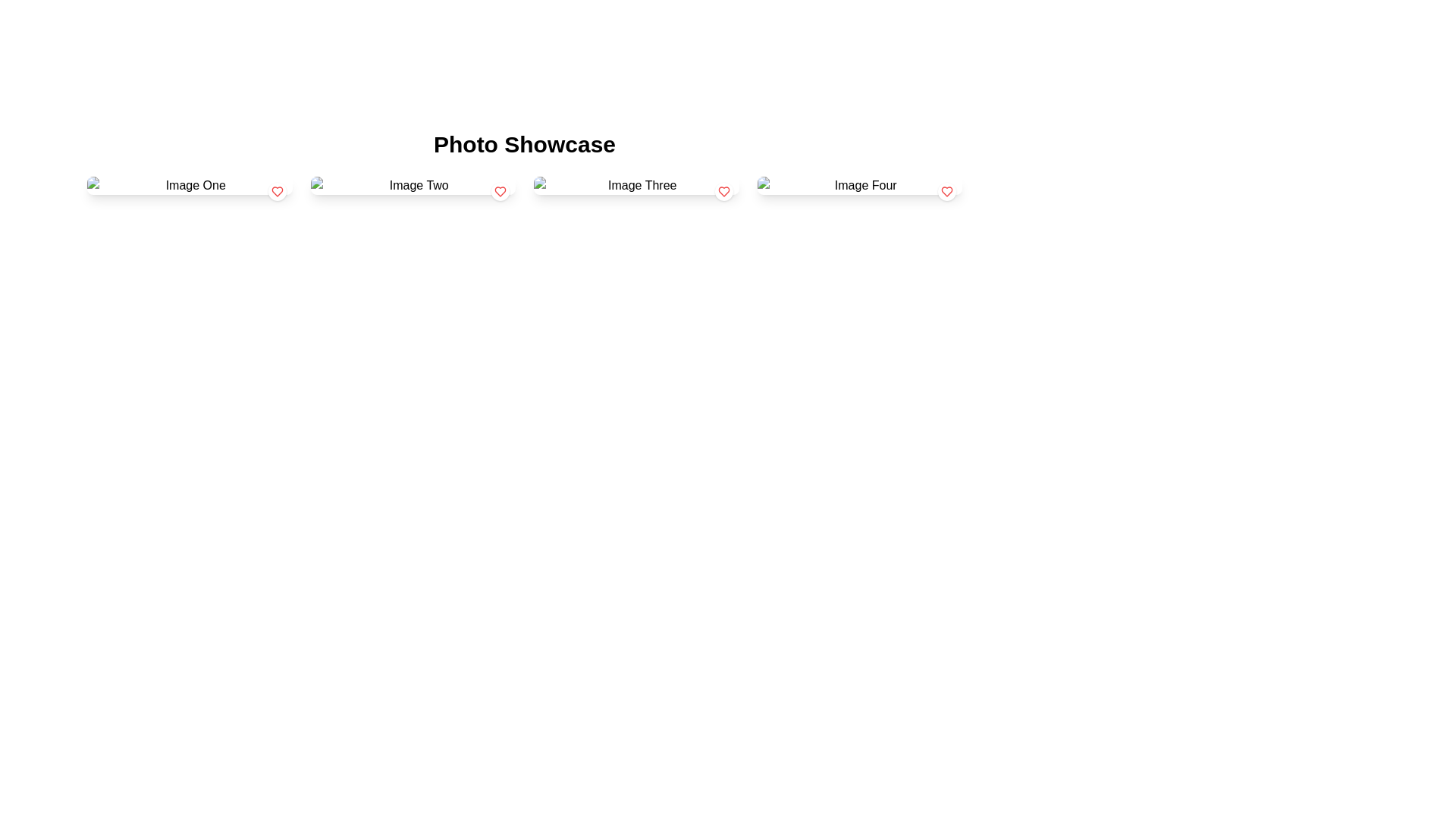  I want to click on the heart icon button located in the top-right corner of the 'Image Three' section of the photo showcase grid, so click(723, 191).